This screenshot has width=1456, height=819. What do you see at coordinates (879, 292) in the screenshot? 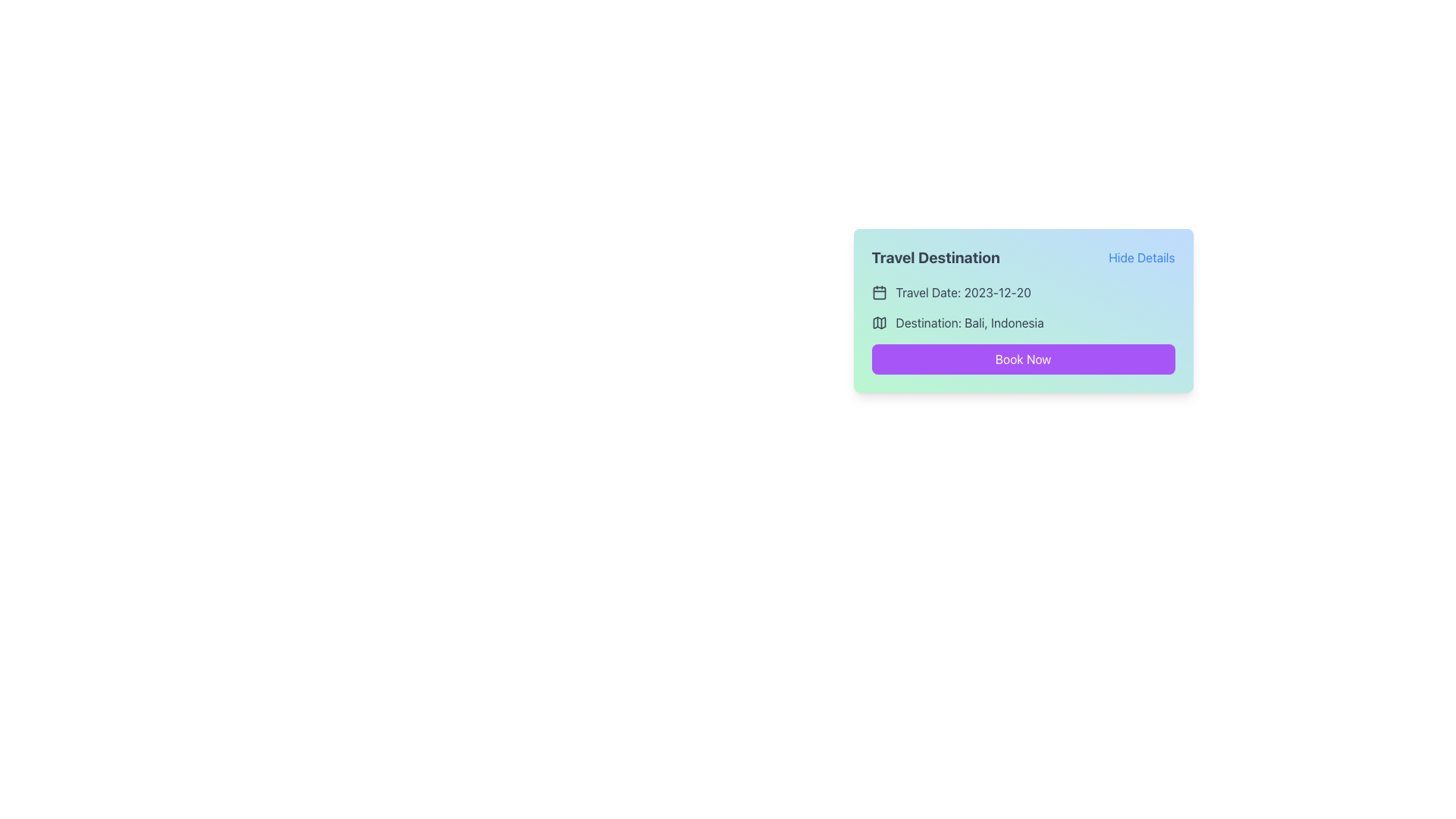
I see `the small calendar icon with rounded edges, styled in a modern, simplistic design, located to the left of the text 'Travel Date: 2023-12-20'` at bounding box center [879, 292].